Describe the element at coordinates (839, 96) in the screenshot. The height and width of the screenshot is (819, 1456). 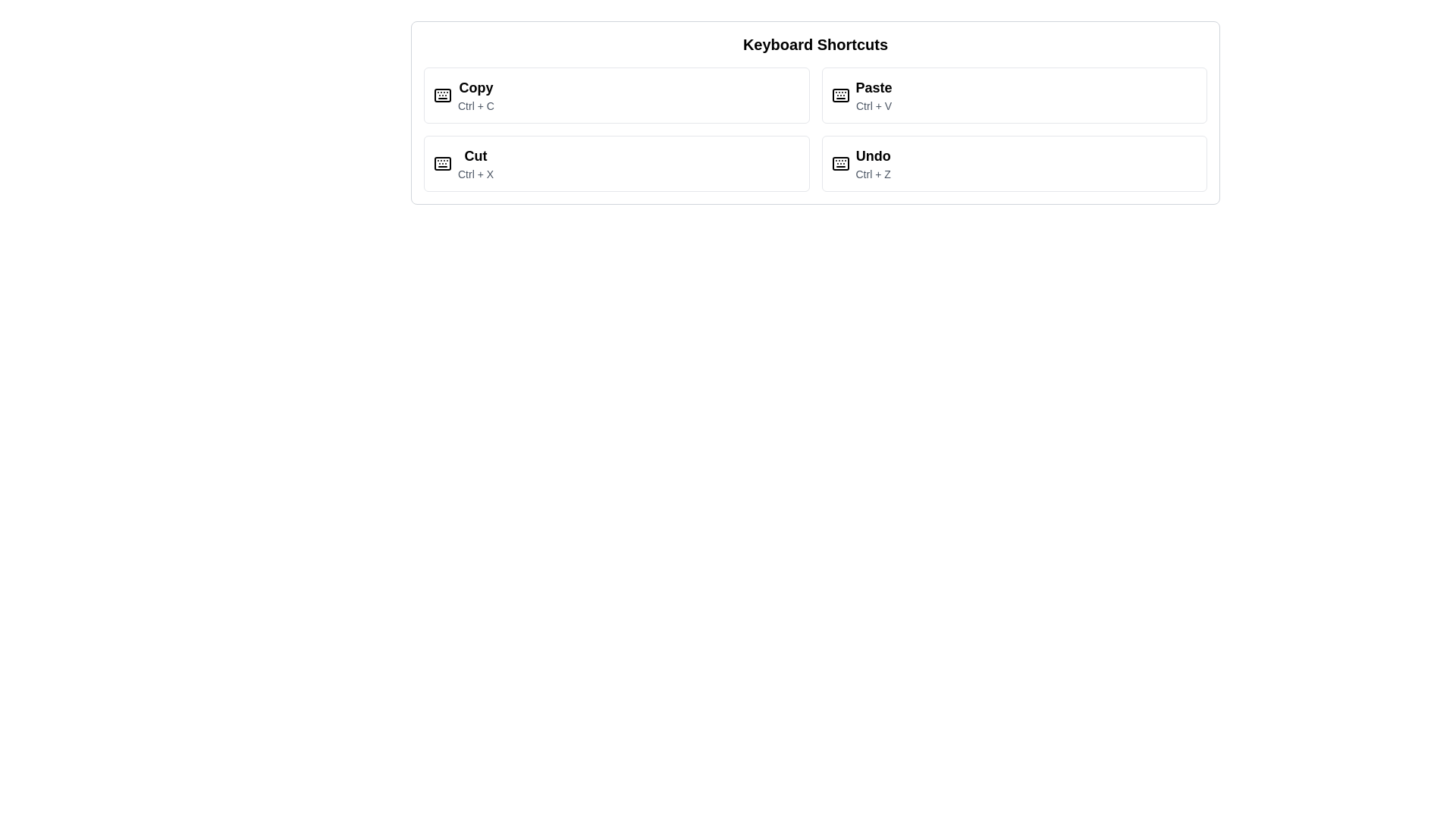
I see `the largest rectangular SVG shape that forms the central part of the keyboard icon` at that location.